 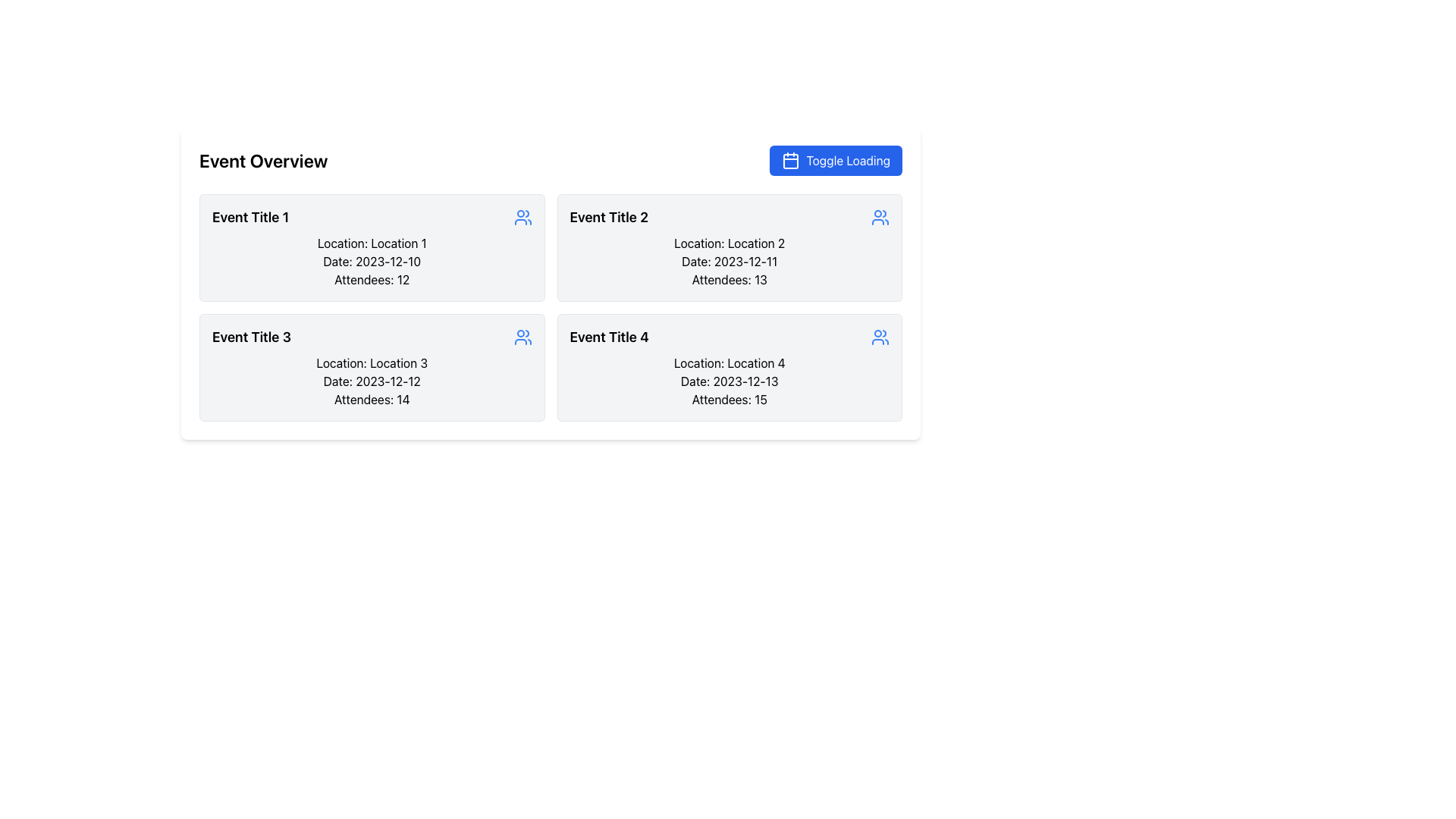 I want to click on text from the text label displaying 'Date: 2023-12-13' located at the third line inside the card labeled 'Event Title 4' in the bottom-right corner of the grid layout, so click(x=730, y=380).